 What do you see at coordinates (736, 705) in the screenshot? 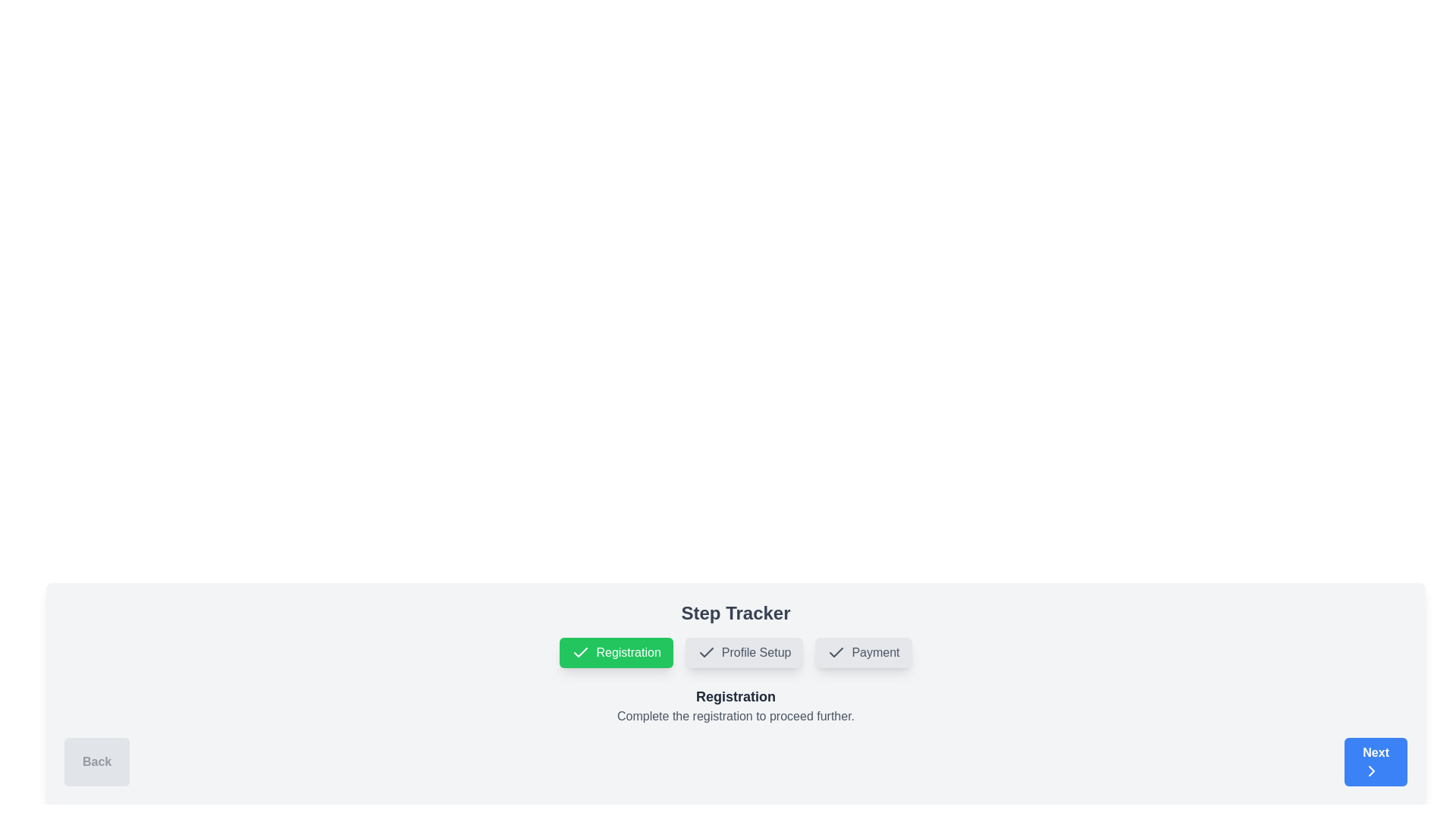
I see `the Text Display Section that provides instructions for completing the registration process, located centrally below the 'Step Tracker' title and above the 'Back' and 'Next' buttons` at bounding box center [736, 705].